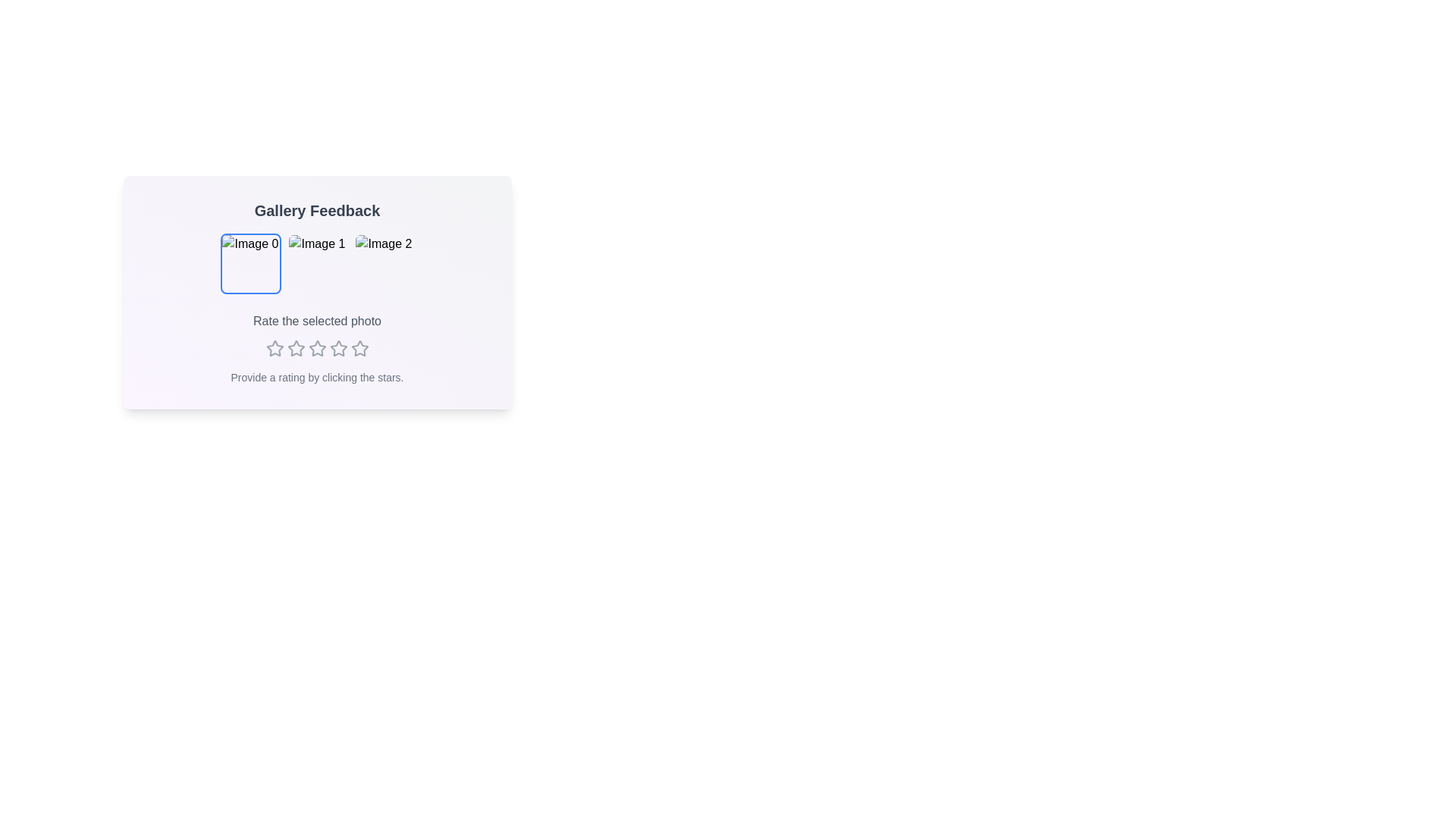 The image size is (1456, 819). What do you see at coordinates (316, 348) in the screenshot?
I see `the third rating star in the 'Rate the selected photo' section` at bounding box center [316, 348].